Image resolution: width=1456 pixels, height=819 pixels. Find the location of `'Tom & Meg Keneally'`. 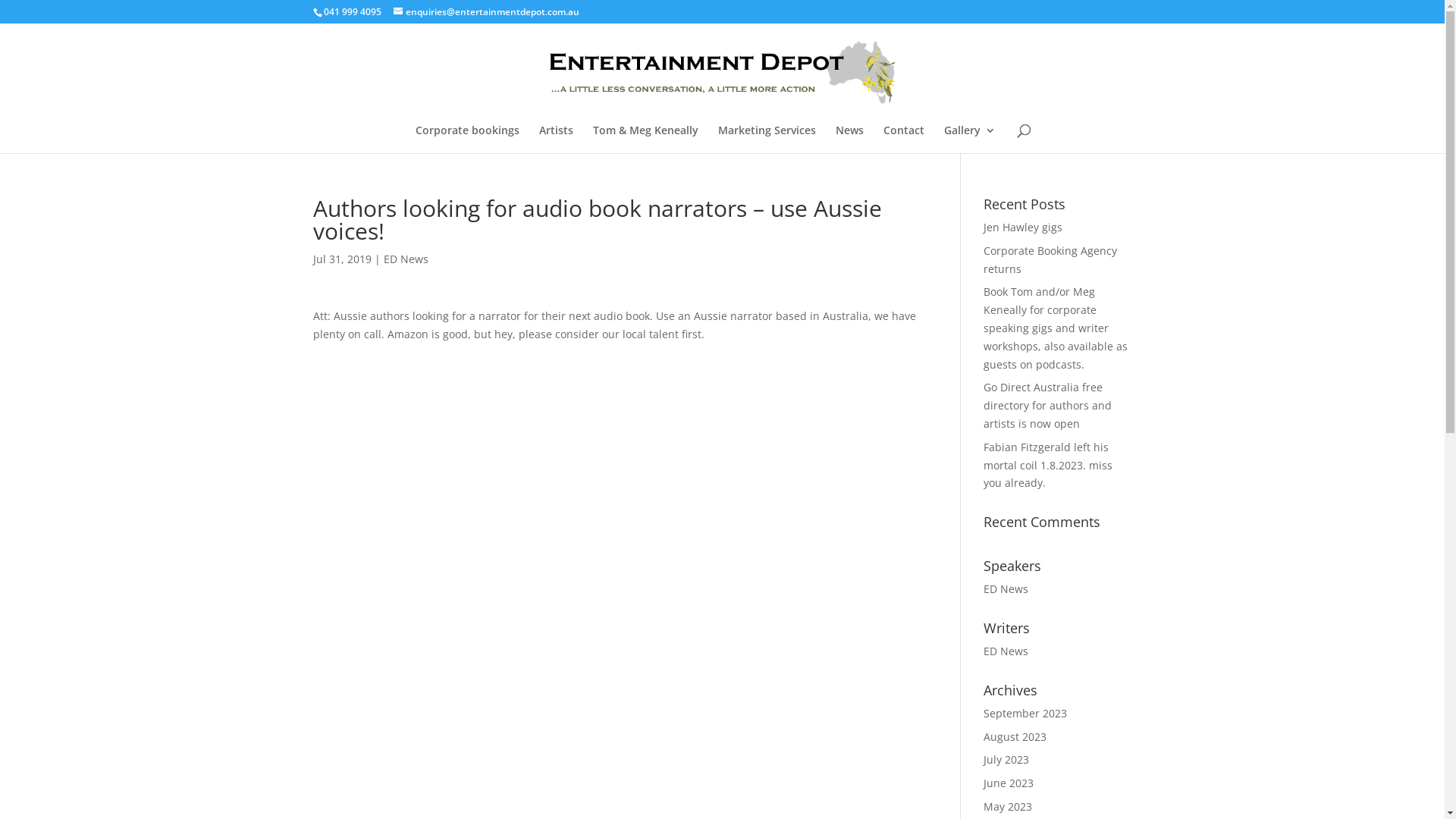

'Tom & Meg Keneally' is located at coordinates (645, 139).